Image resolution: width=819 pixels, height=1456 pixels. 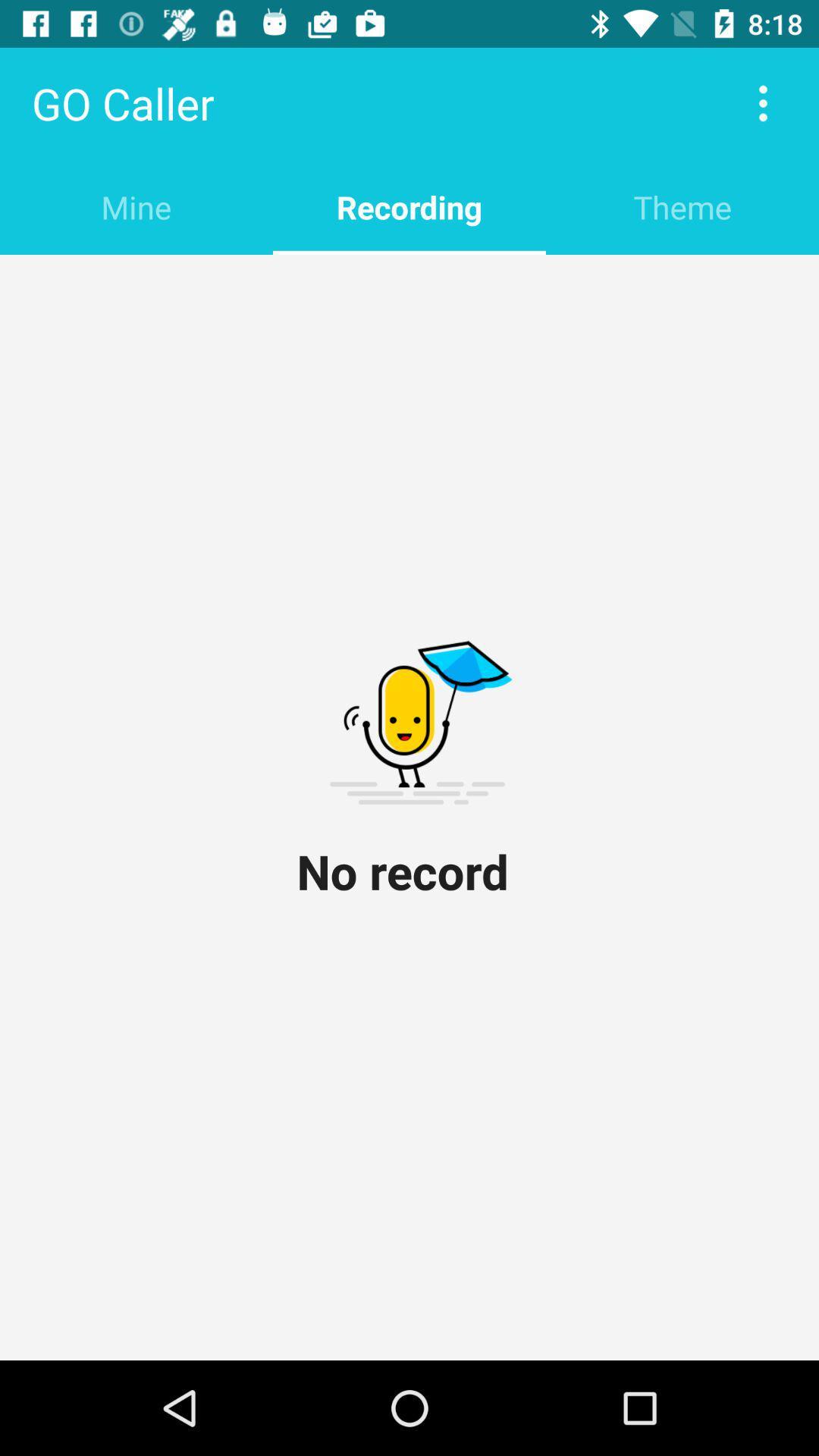 What do you see at coordinates (409, 206) in the screenshot?
I see `the icon next to mine icon` at bounding box center [409, 206].